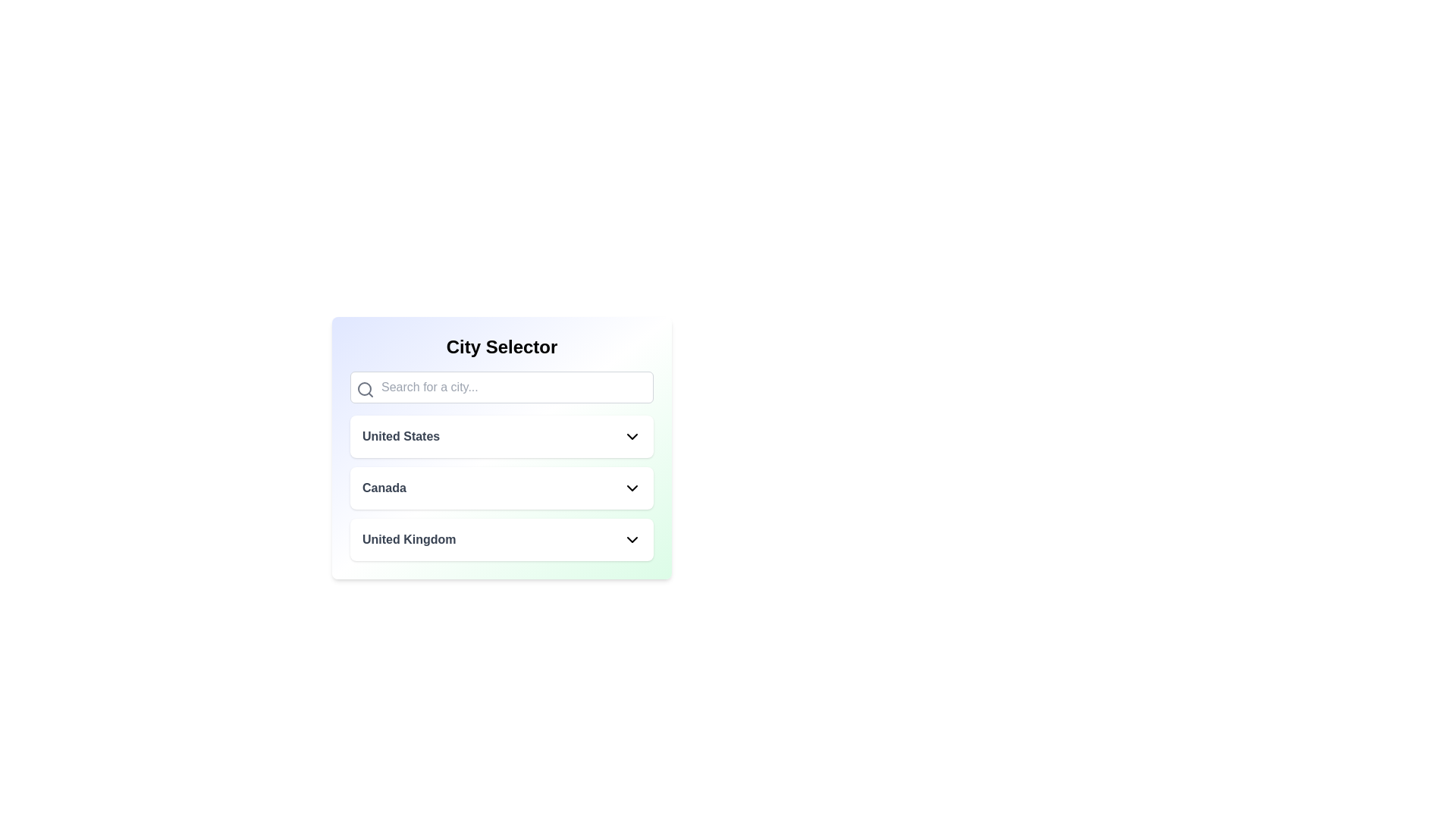 This screenshot has height=819, width=1456. What do you see at coordinates (502, 436) in the screenshot?
I see `the Dropdown Selector located below the 'City Selector' search bar` at bounding box center [502, 436].